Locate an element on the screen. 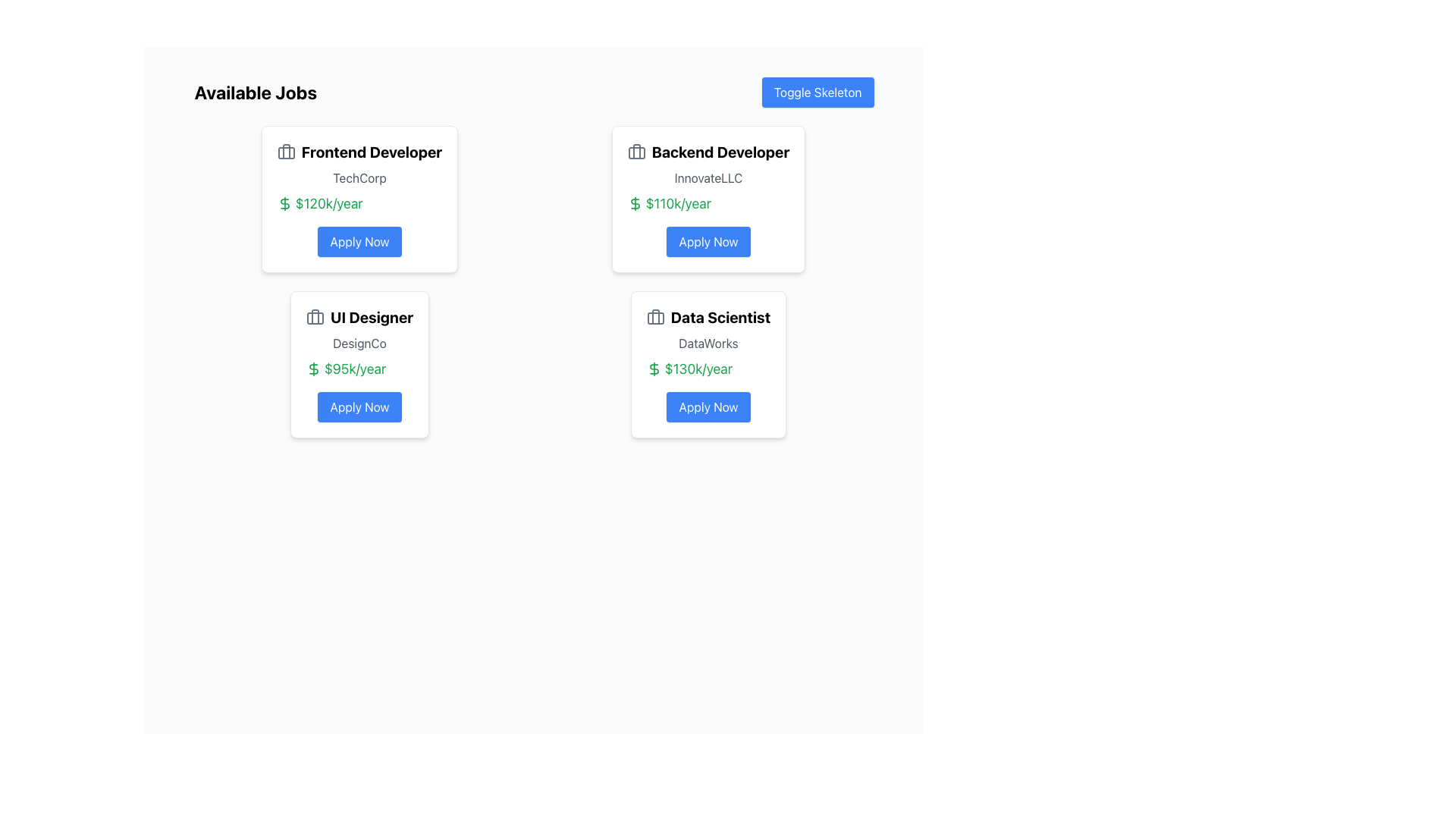 Image resolution: width=1456 pixels, height=819 pixels. the 'Apply Now' button located at the bottom-right corner of the job listing card for the 'Data Scientist' position from 'DataWorks' is located at coordinates (708, 406).